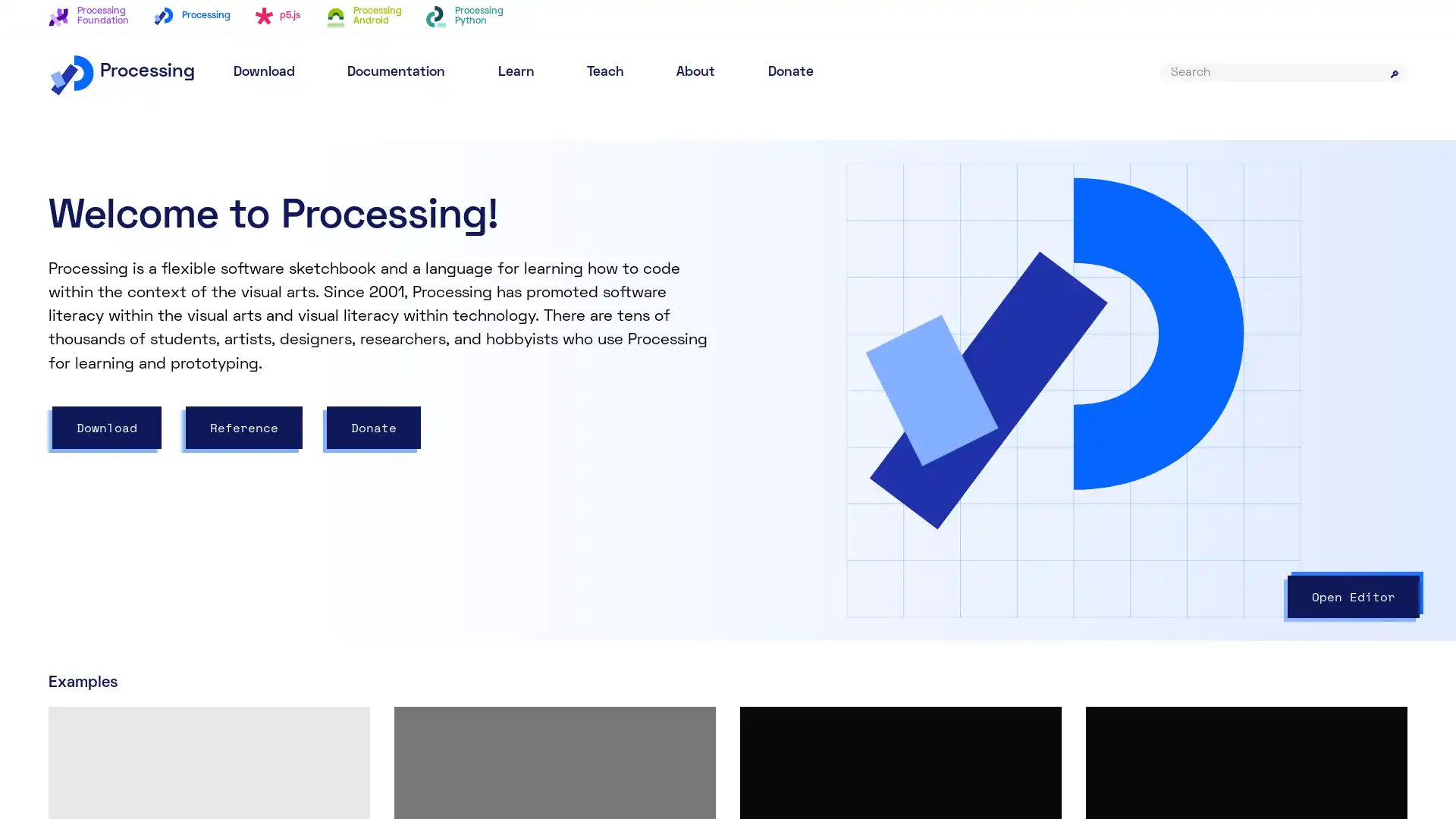 This screenshot has width=1456, height=819. What do you see at coordinates (952, 467) in the screenshot?
I see `change position` at bounding box center [952, 467].